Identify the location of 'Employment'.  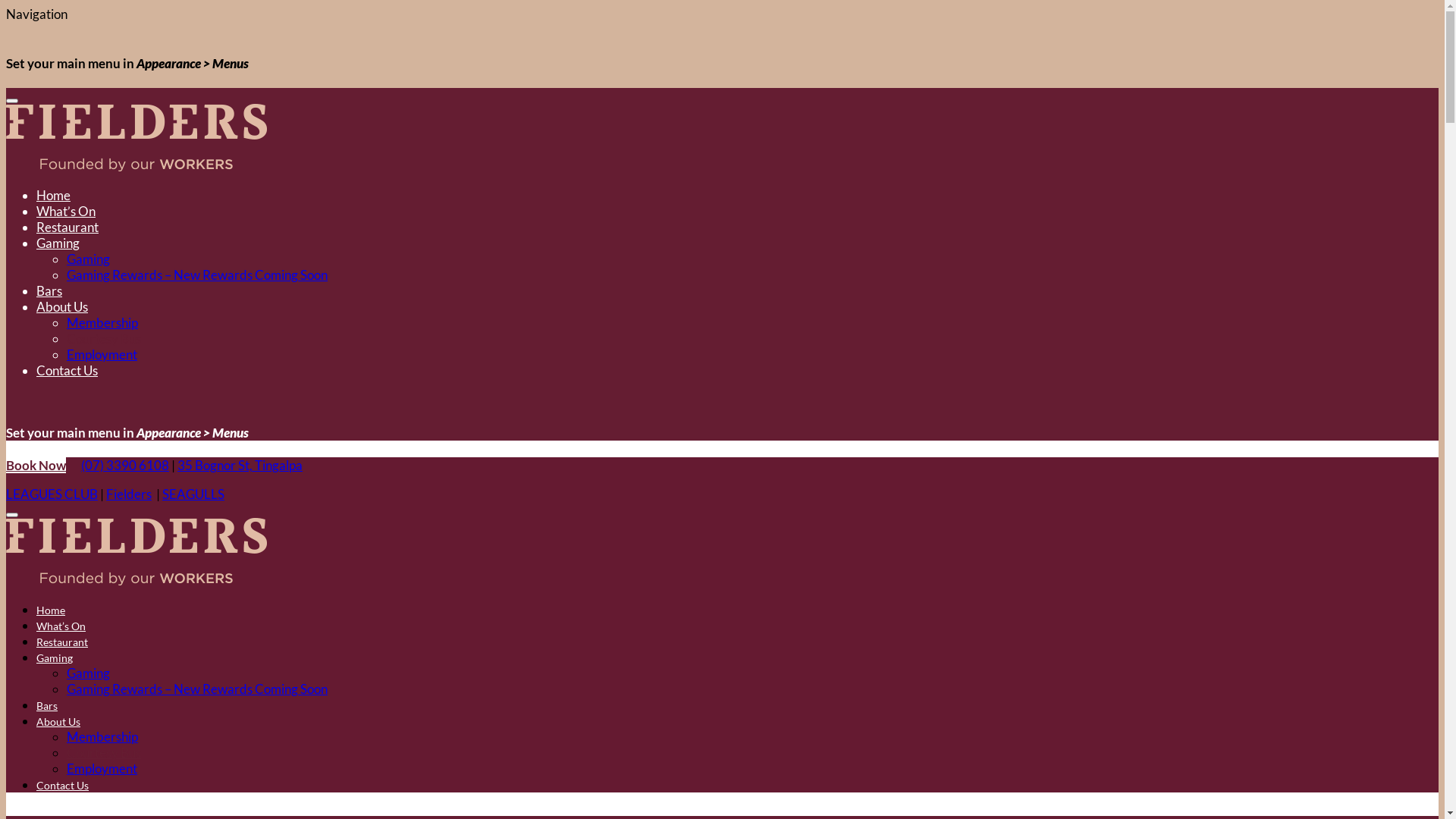
(101, 354).